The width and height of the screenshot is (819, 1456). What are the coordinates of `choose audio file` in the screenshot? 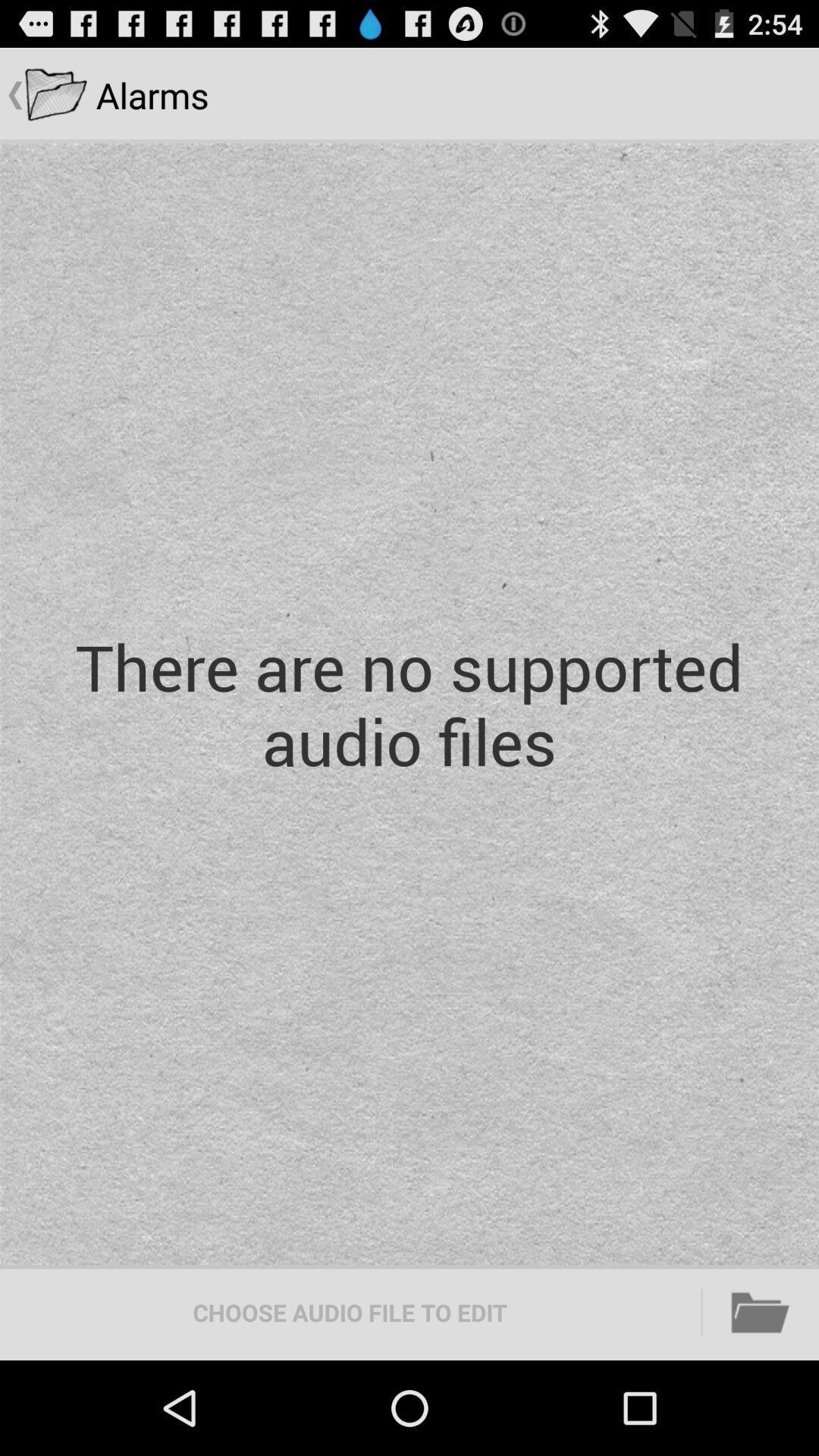 It's located at (350, 1312).